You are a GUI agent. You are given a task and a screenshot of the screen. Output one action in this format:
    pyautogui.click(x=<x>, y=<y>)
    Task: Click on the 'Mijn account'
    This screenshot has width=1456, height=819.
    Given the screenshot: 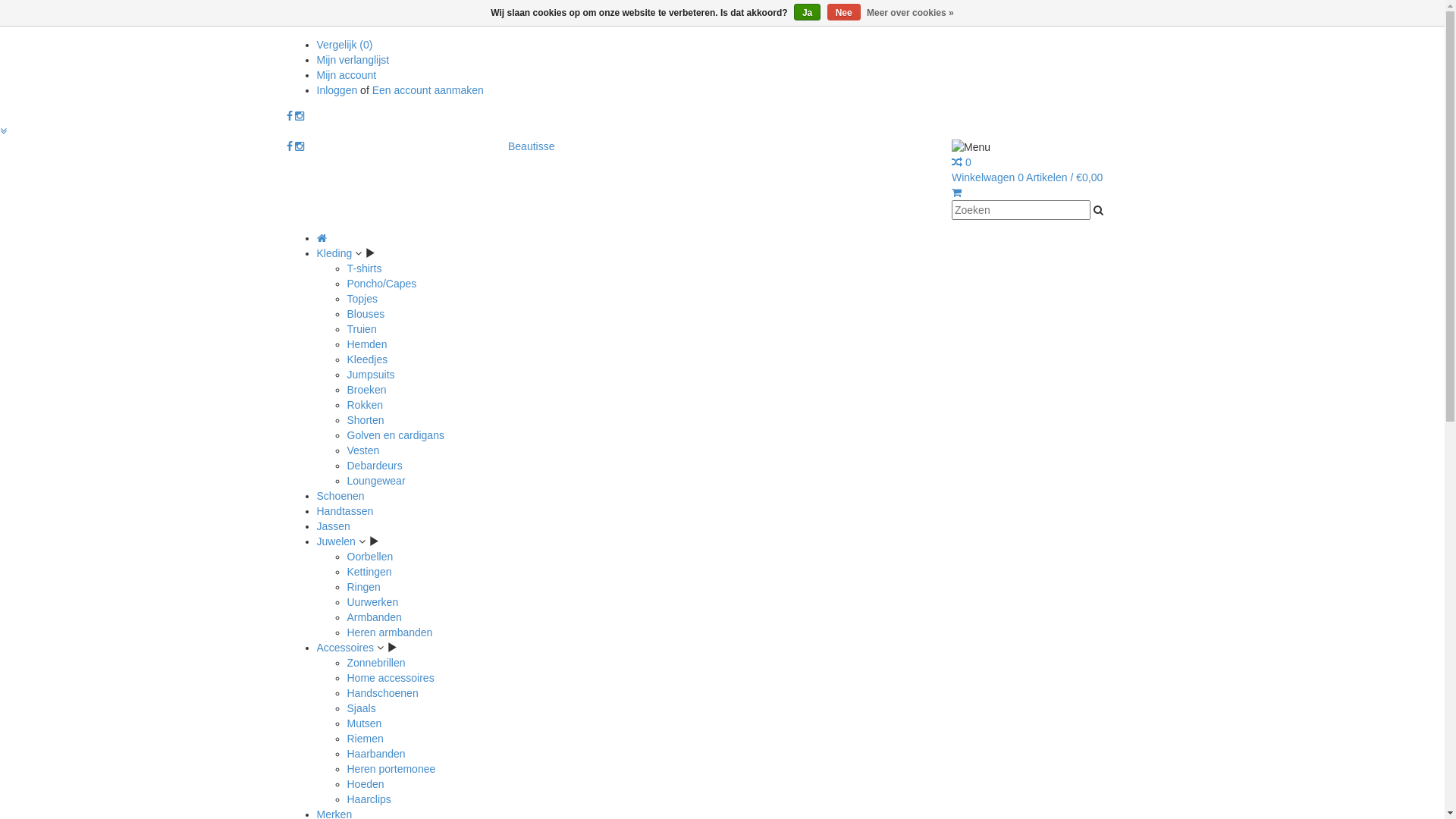 What is the action you would take?
    pyautogui.click(x=315, y=75)
    